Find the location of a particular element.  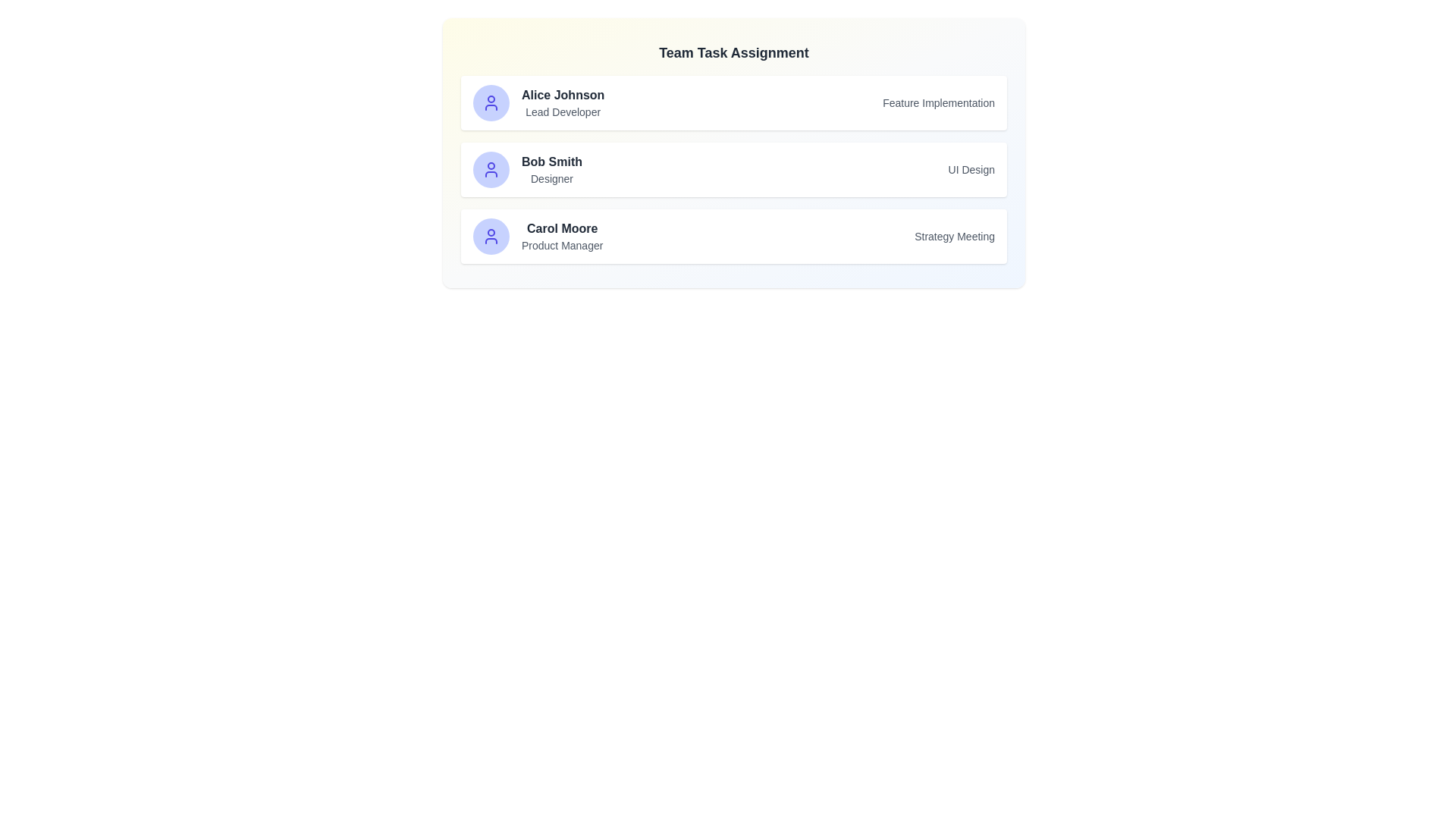

the static text label displaying 'Team Task Assignment', which is prominently positioned at the top of the interface with bold, large font and center alignment is located at coordinates (734, 52).